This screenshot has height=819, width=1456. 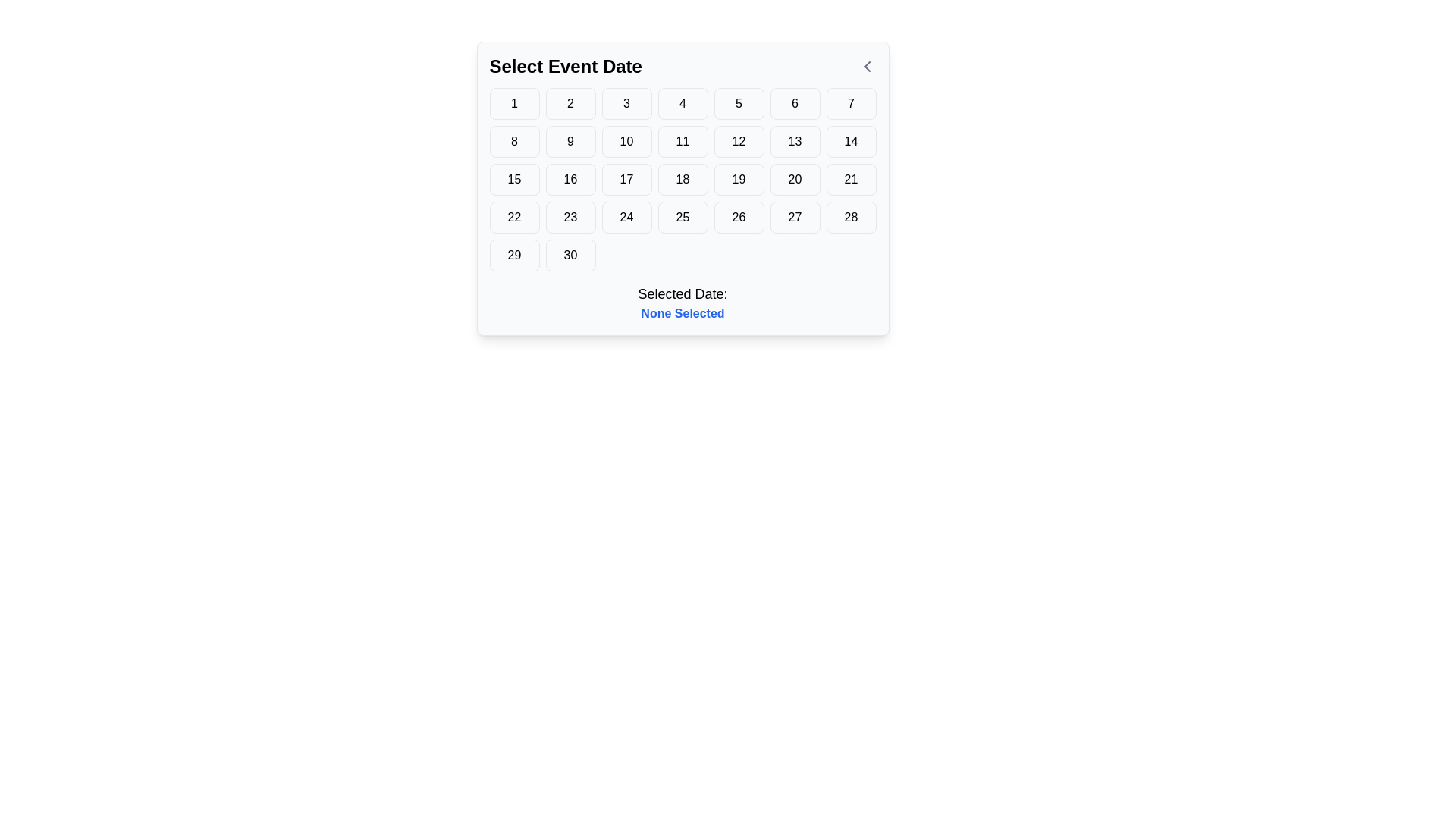 What do you see at coordinates (626, 178) in the screenshot?
I see `the date selection button representing the date '17' in the calendar interface` at bounding box center [626, 178].